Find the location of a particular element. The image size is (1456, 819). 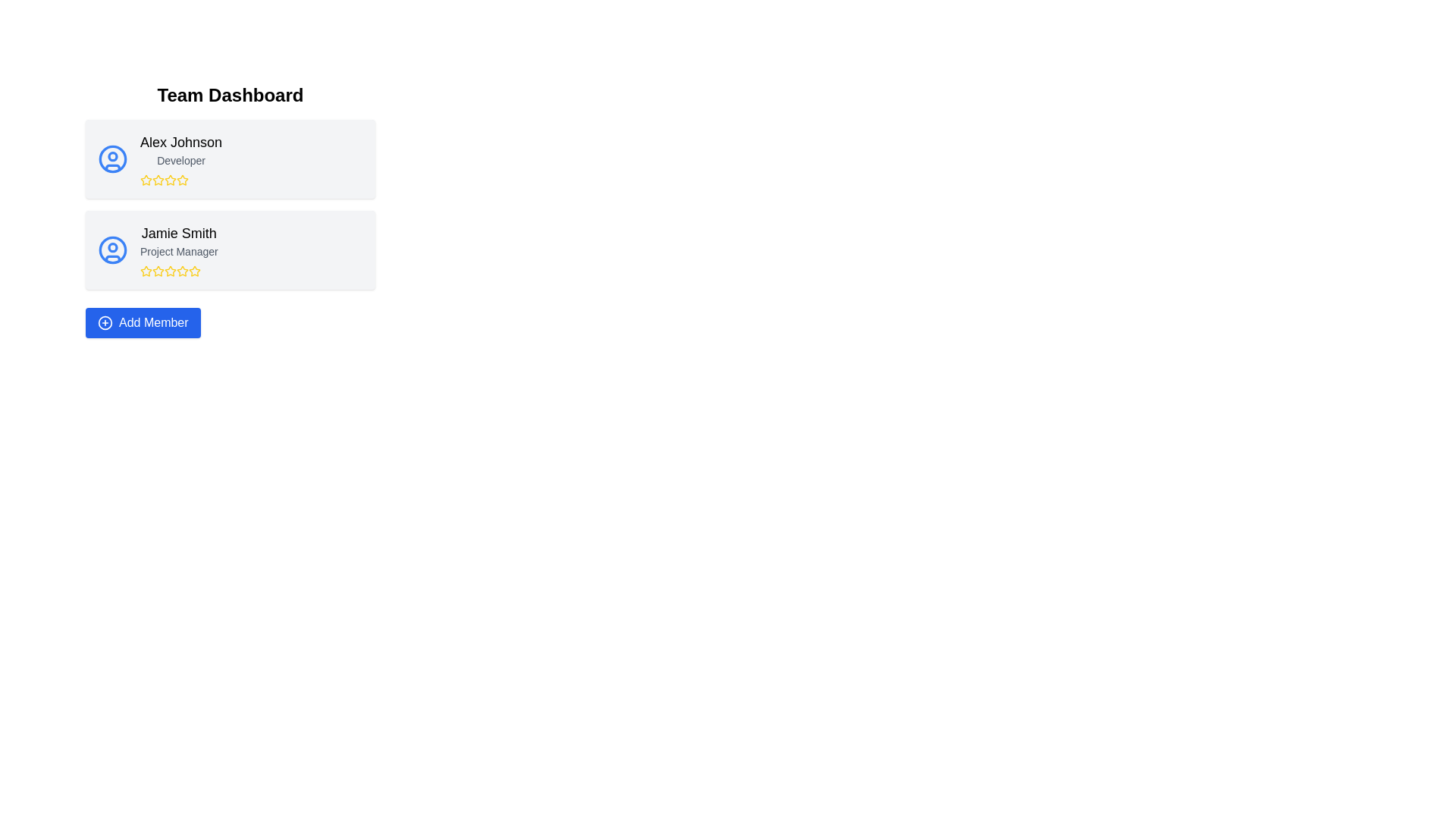

the fourth yellow star icon in the user rating section below the 'Alex Johnson' profile card is located at coordinates (181, 180).